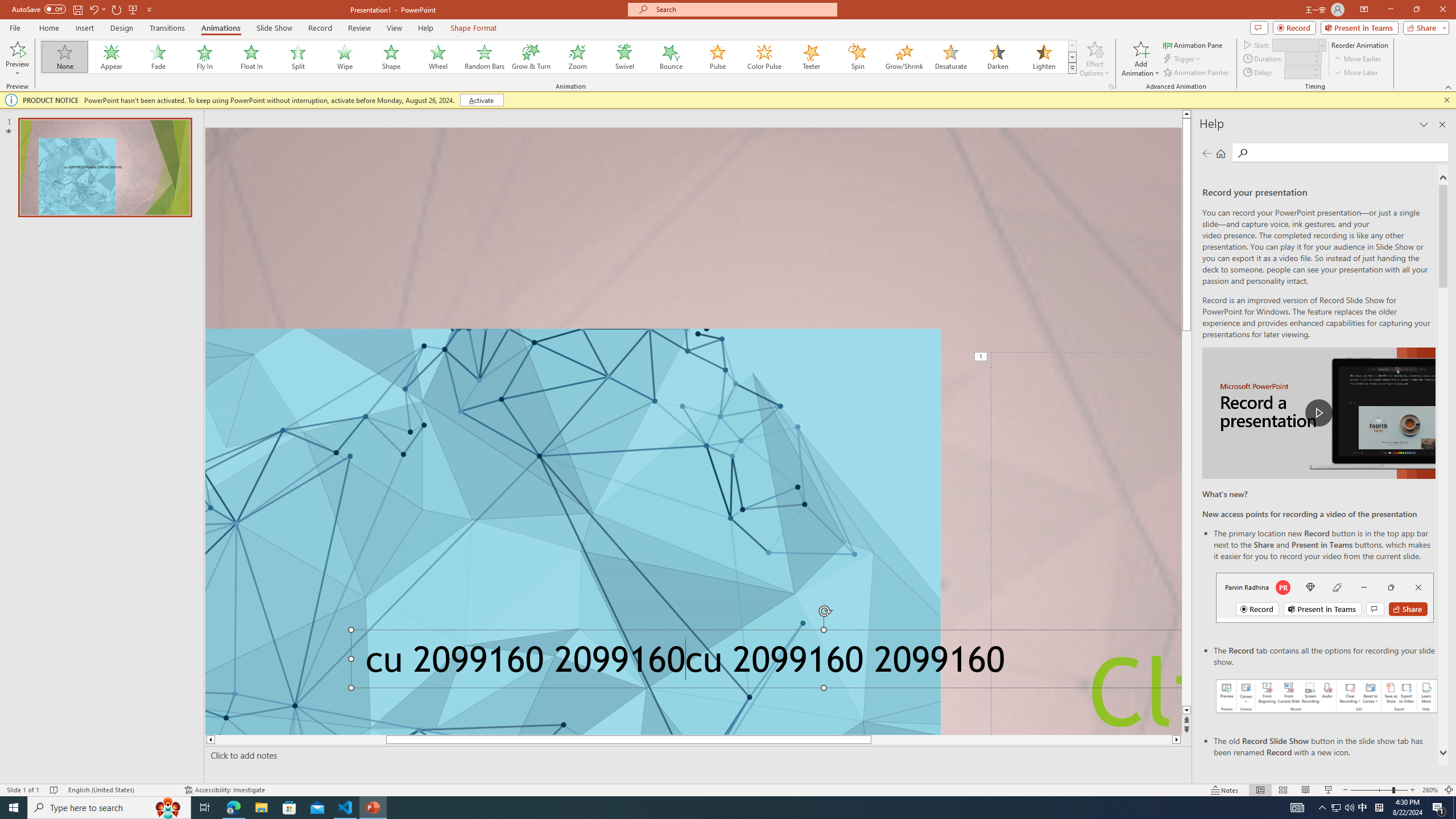 Image resolution: width=1456 pixels, height=819 pixels. I want to click on 'play Record a Presentation', so click(1318, 412).